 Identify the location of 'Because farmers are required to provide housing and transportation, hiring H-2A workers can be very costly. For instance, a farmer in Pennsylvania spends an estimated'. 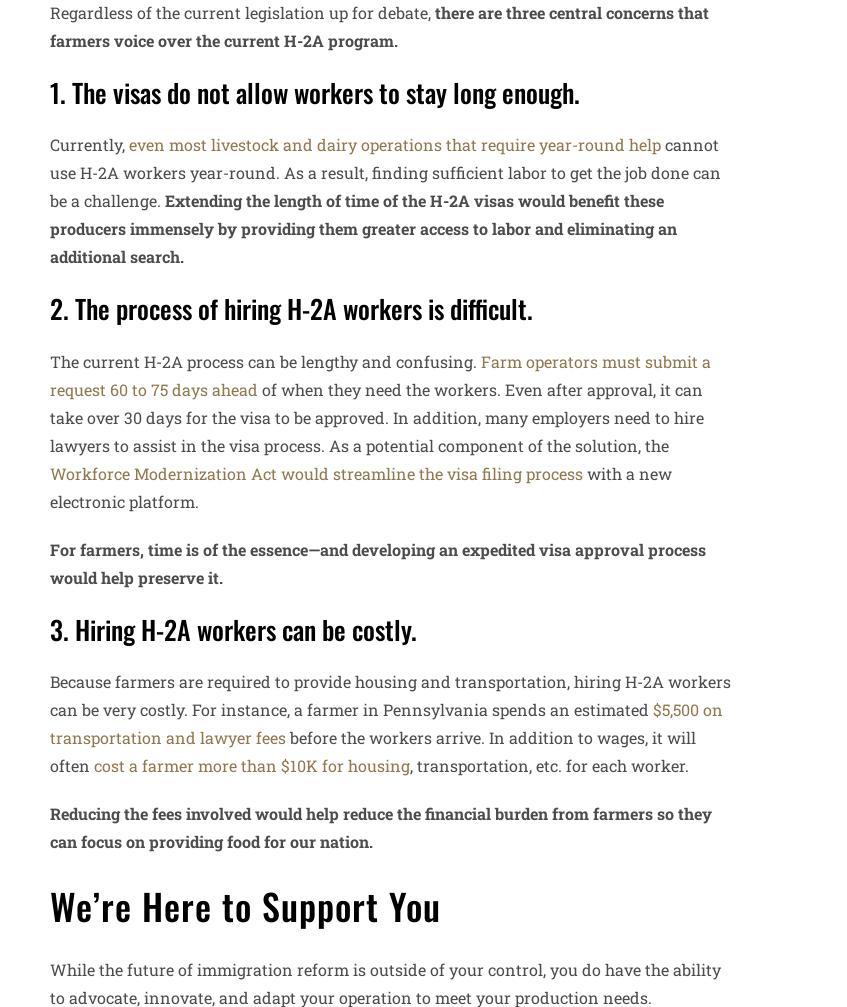
(389, 694).